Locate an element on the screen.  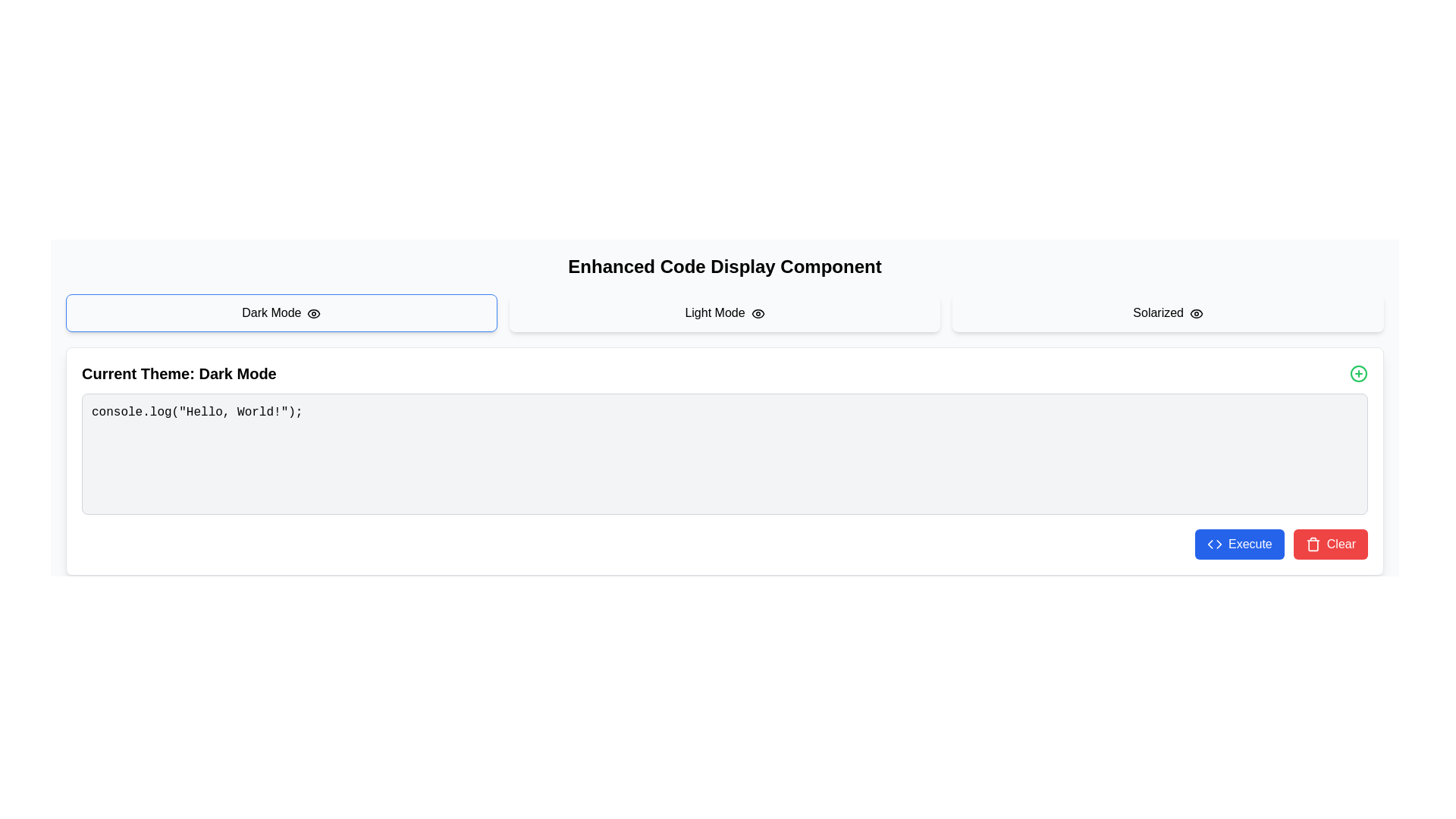
the blue button with rounded corners labeled 'Execute' is located at coordinates (1239, 543).